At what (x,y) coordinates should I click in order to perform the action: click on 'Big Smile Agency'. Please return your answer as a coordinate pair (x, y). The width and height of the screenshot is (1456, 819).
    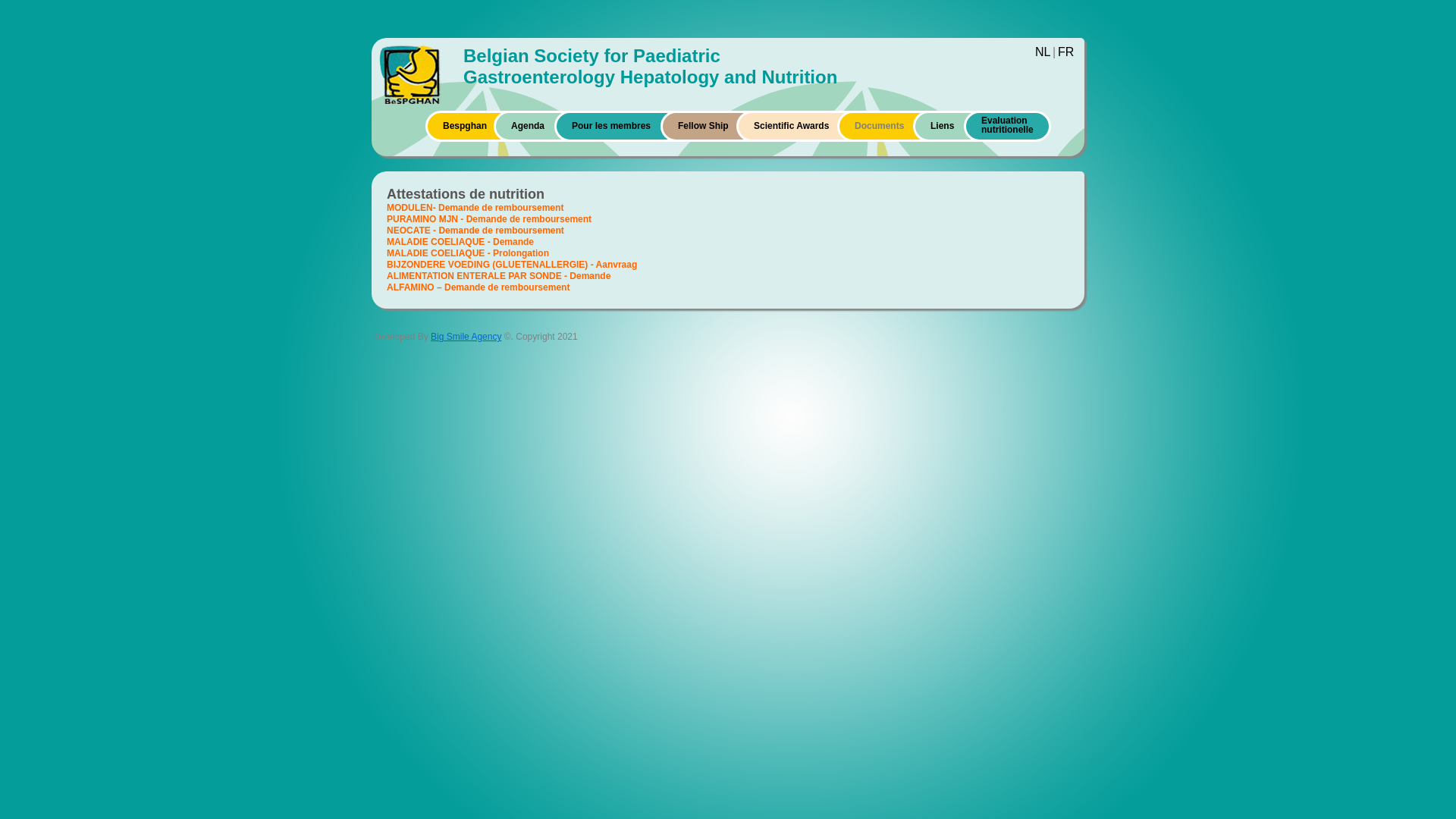
    Looking at the image, I should click on (465, 335).